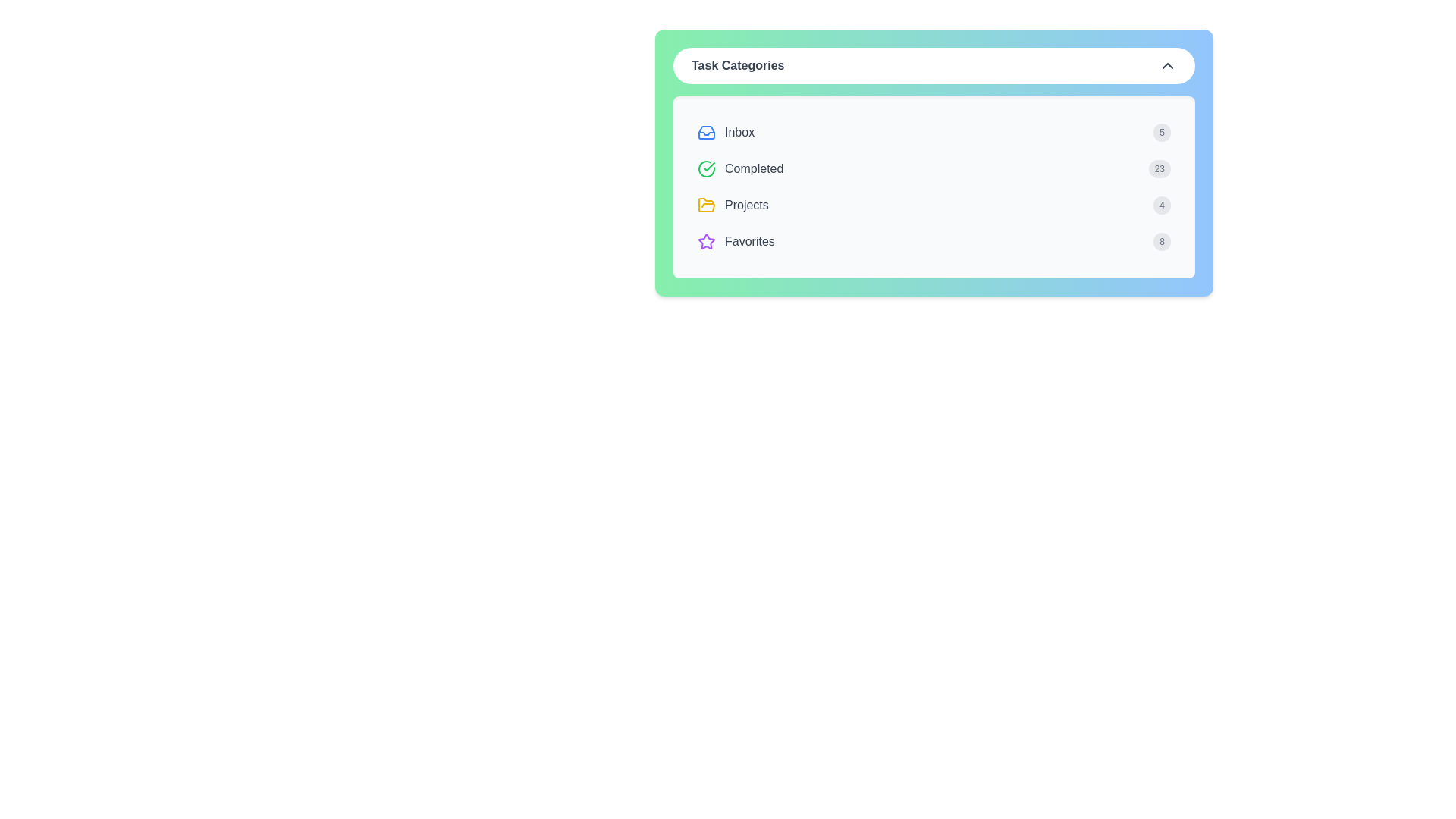 The width and height of the screenshot is (1456, 819). Describe the element at coordinates (746, 205) in the screenshot. I see `the 'Projects' text label, which is the third item in the 'Task Categories' section` at that location.